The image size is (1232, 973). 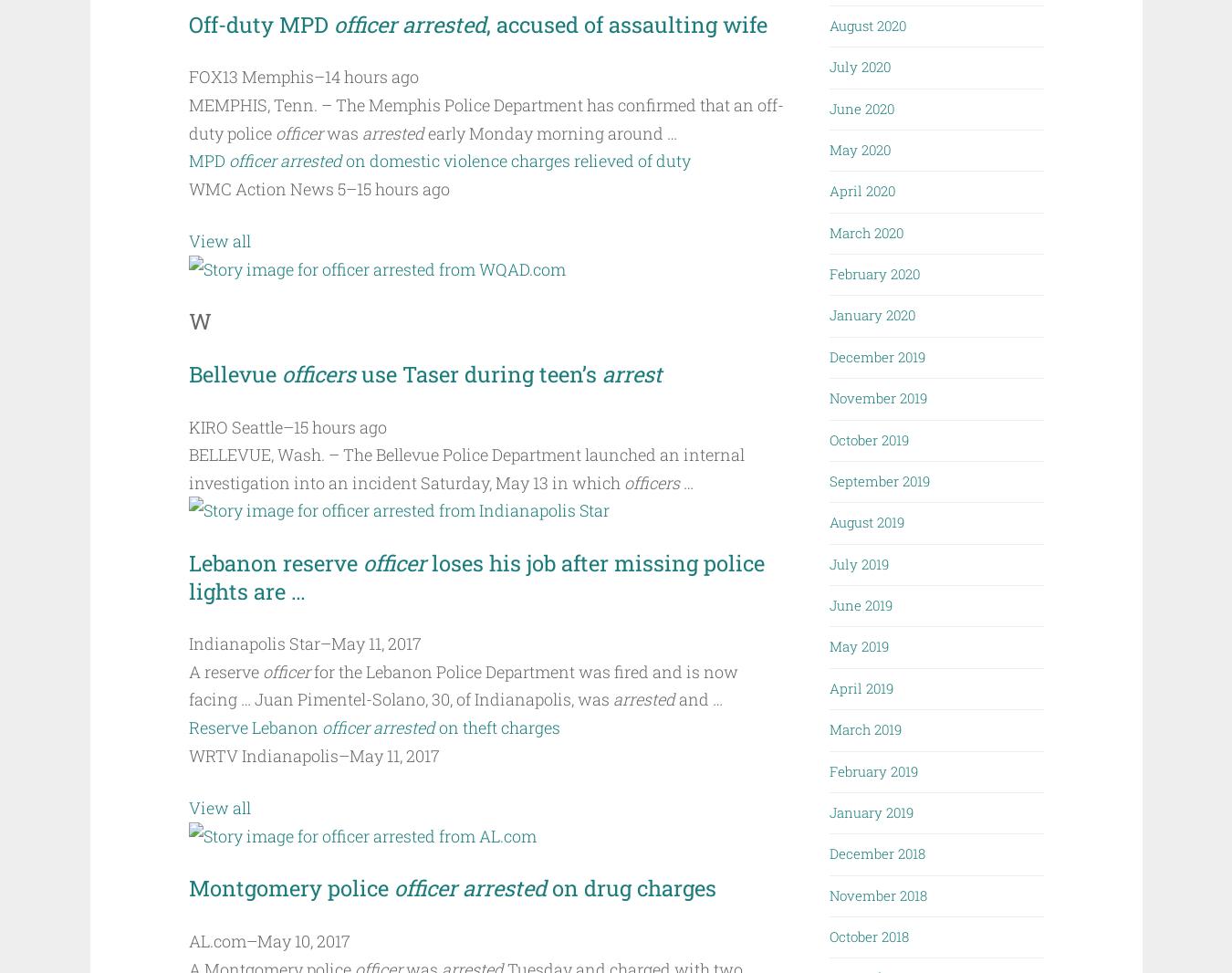 I want to click on 'use Taser during teen’s', so click(x=480, y=373).